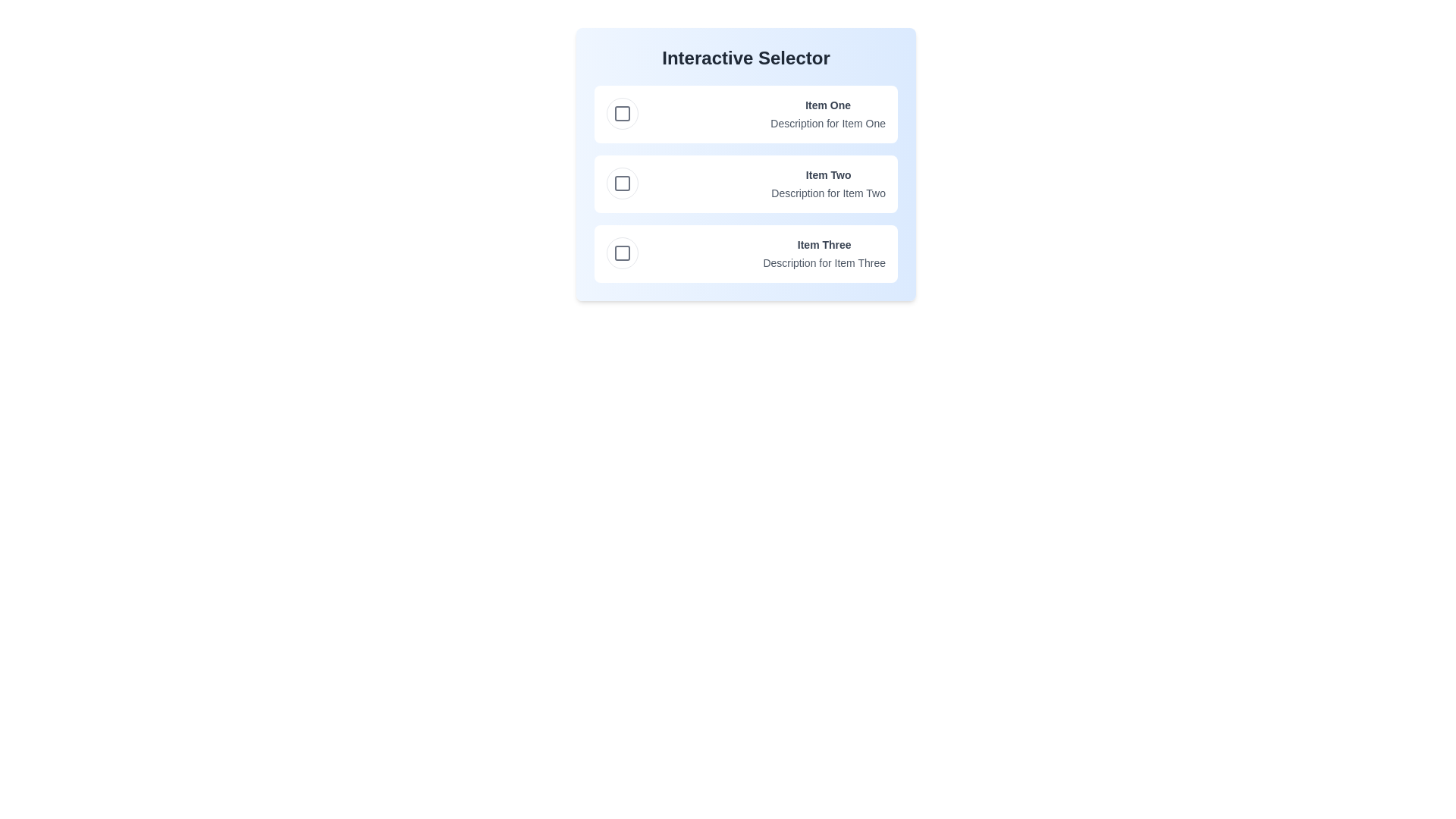  Describe the element at coordinates (622, 253) in the screenshot. I see `the interactive button located on the left side of the 'Item Three' text` at that location.